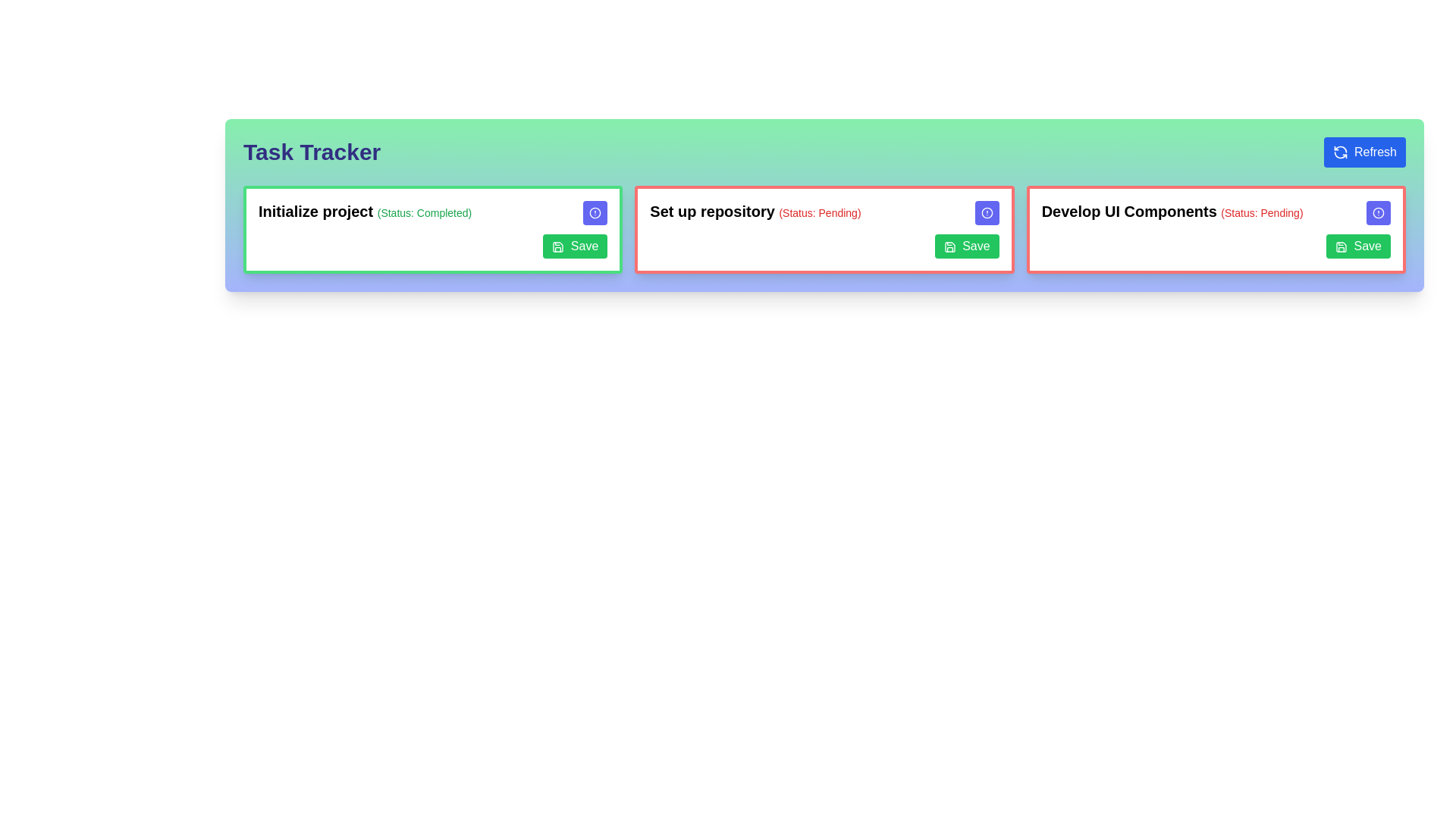 The height and width of the screenshot is (819, 1456). I want to click on status text displayed as '(Status: Pending)' in a small, light font with red coloring, located to the immediate right of the main task name in the task card labeled 'Develop UI Components.', so click(1262, 213).